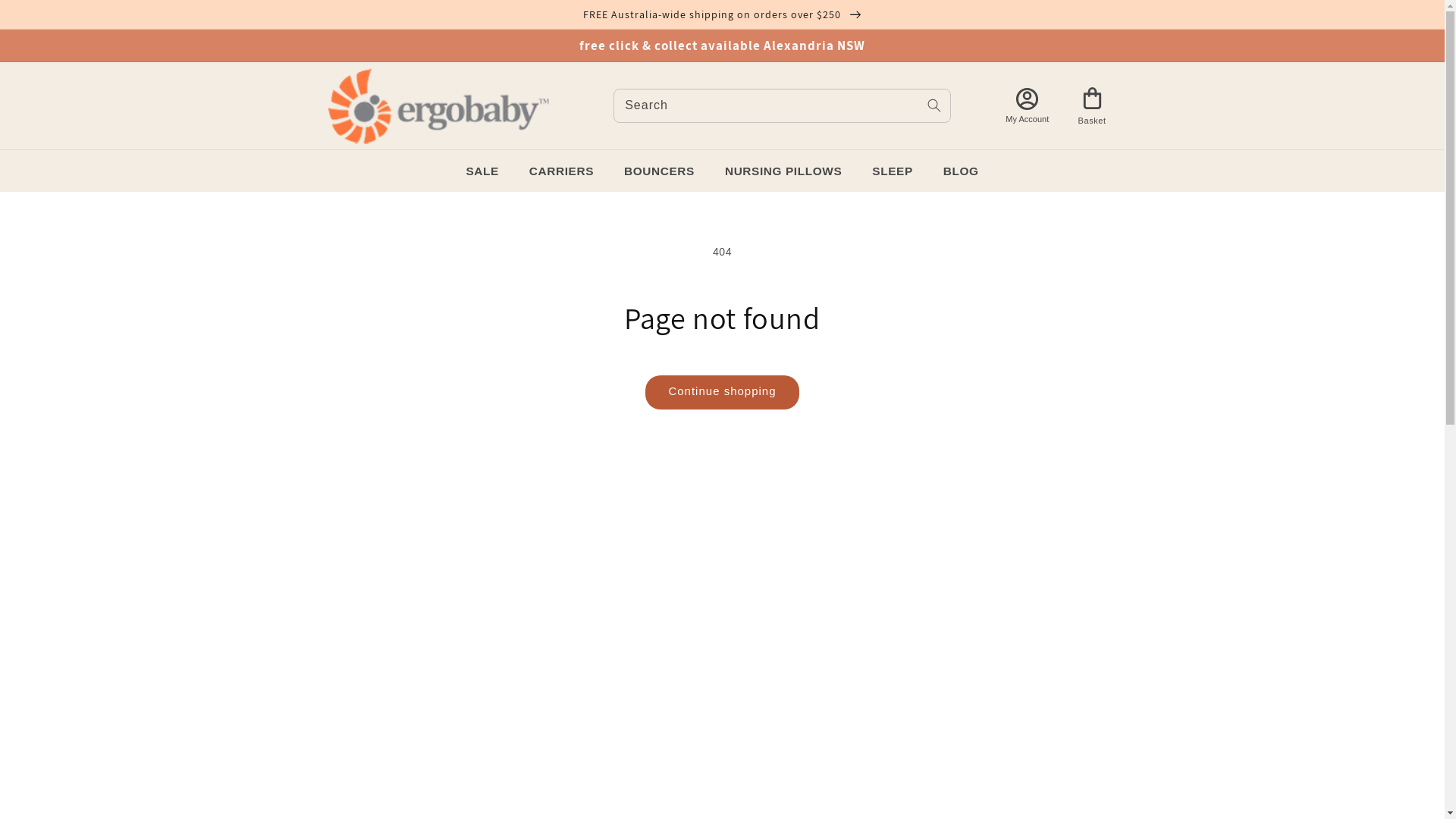 The width and height of the screenshot is (1456, 819). What do you see at coordinates (560, 171) in the screenshot?
I see `'CARRIERS'` at bounding box center [560, 171].